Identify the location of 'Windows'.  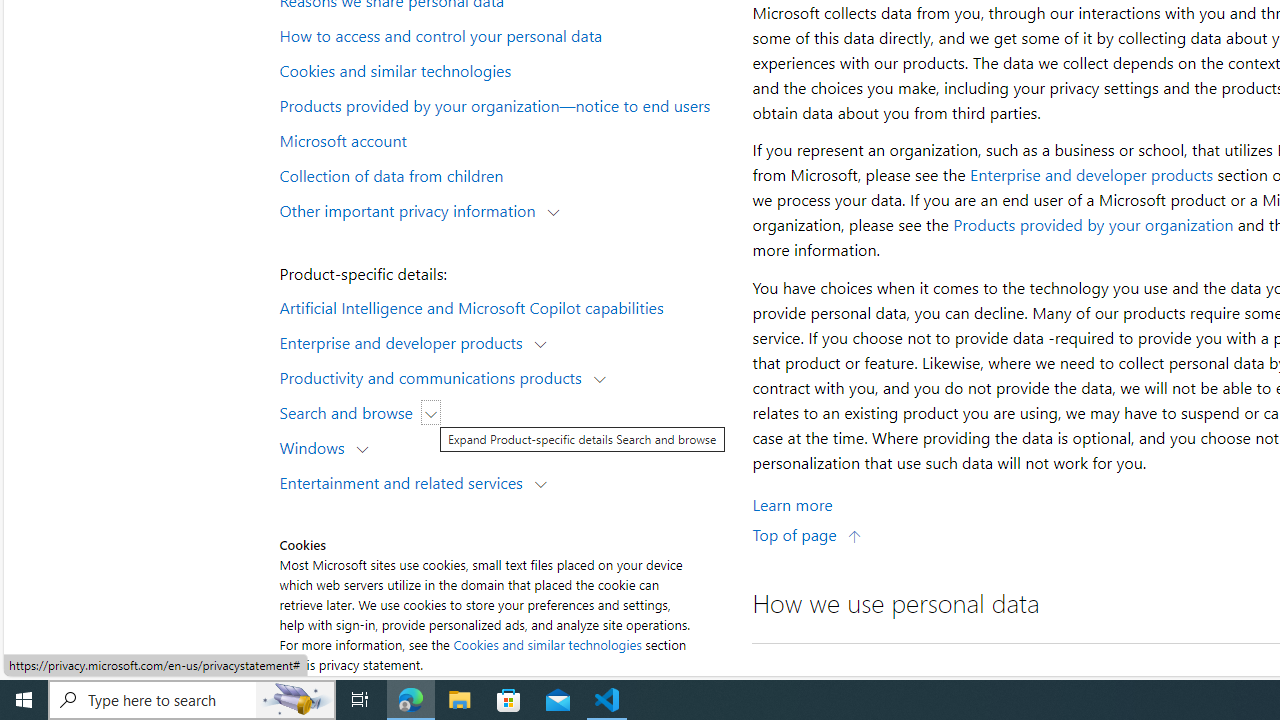
(315, 446).